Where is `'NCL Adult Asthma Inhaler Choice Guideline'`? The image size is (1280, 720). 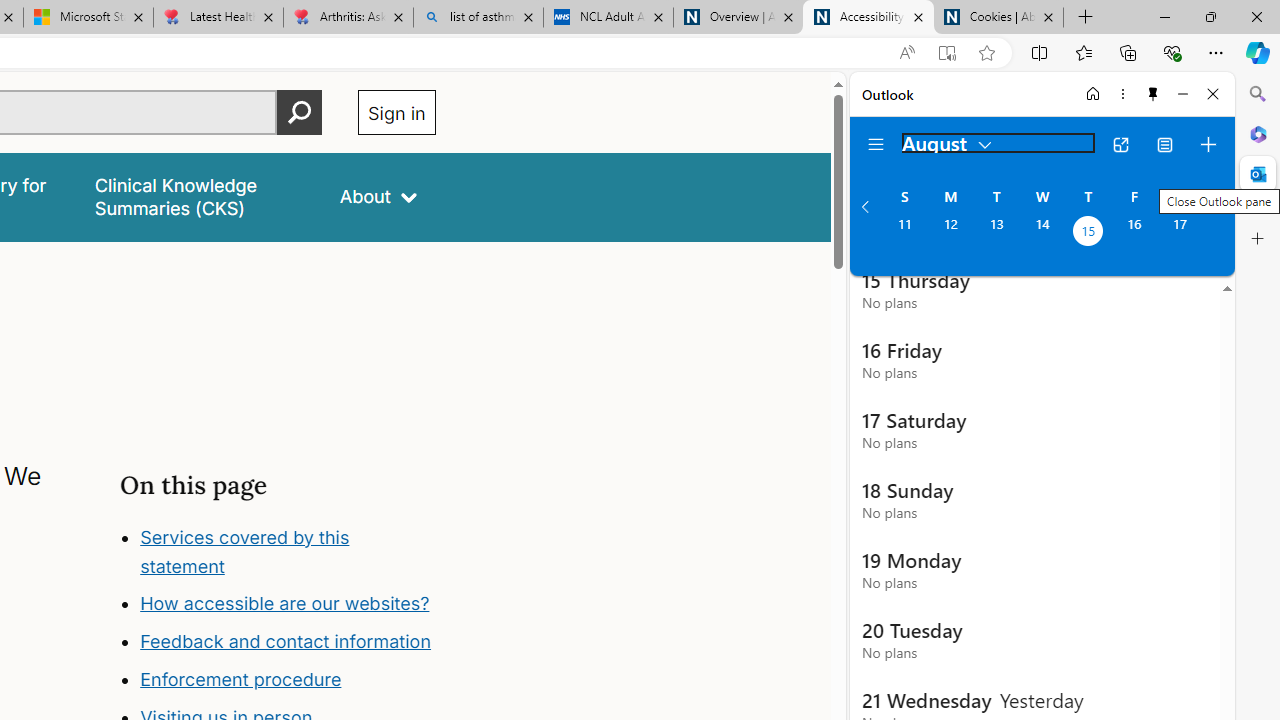
'NCL Adult Asthma Inhaler Choice Guideline' is located at coordinates (607, 17).